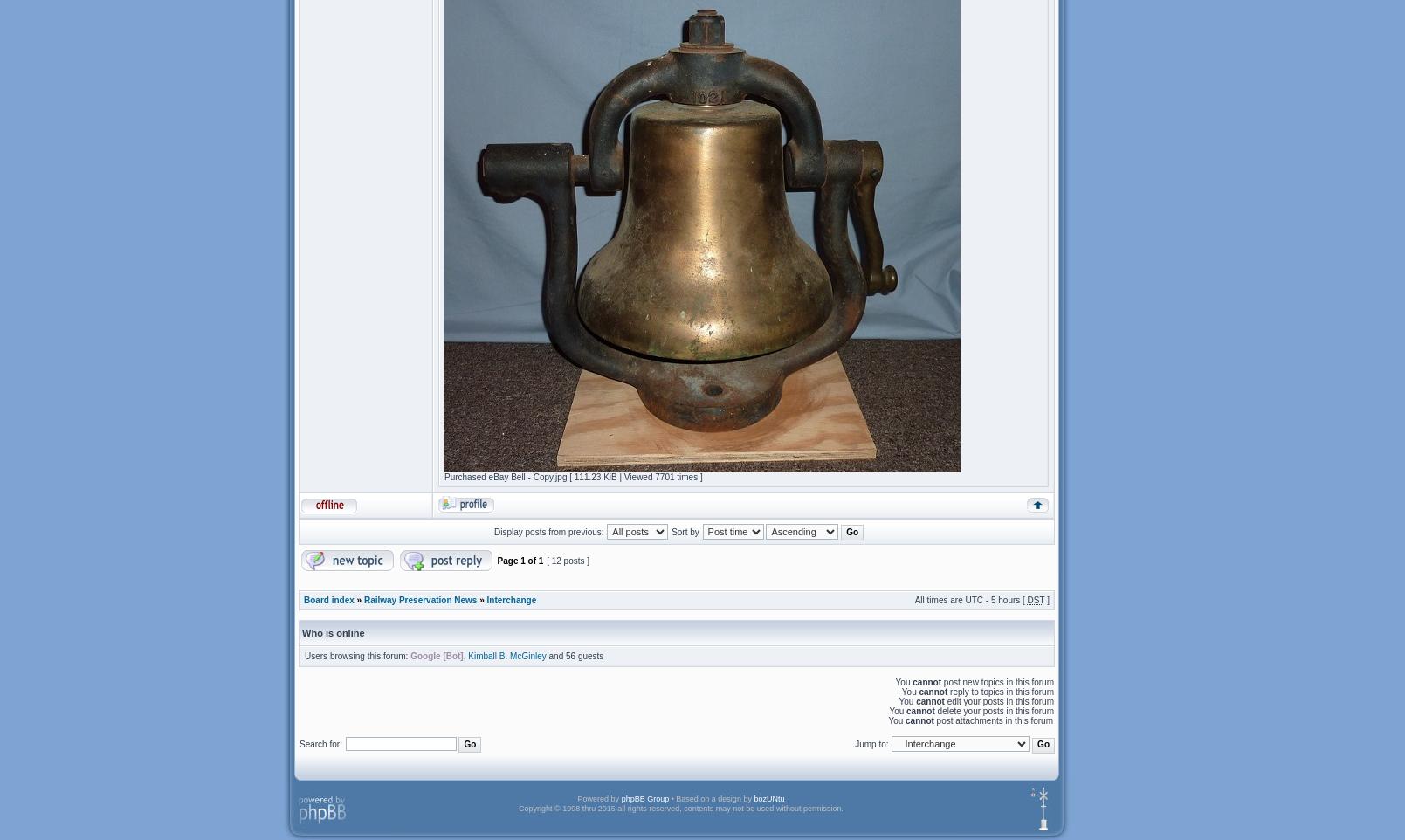 The width and height of the screenshot is (1405, 840). I want to click on 'All times are UTC - 5 hours [', so click(970, 599).